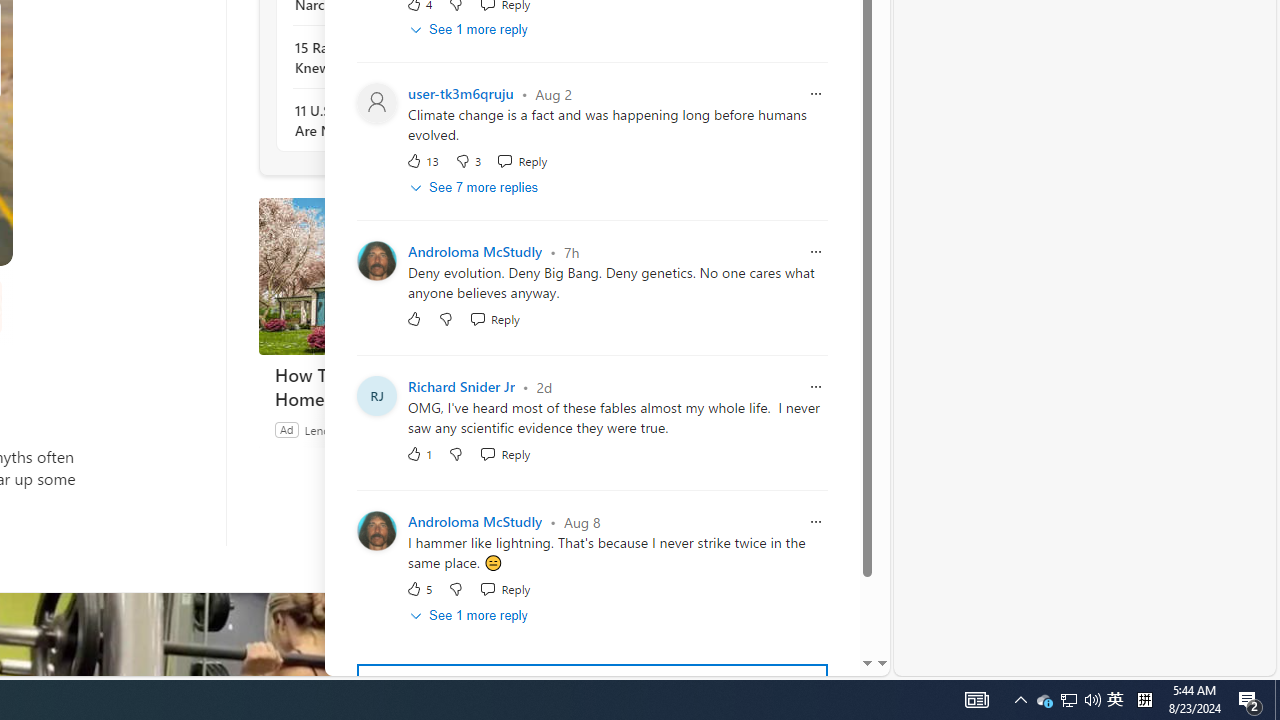  I want to click on 'user-tk3m6qruju', so click(460, 94).